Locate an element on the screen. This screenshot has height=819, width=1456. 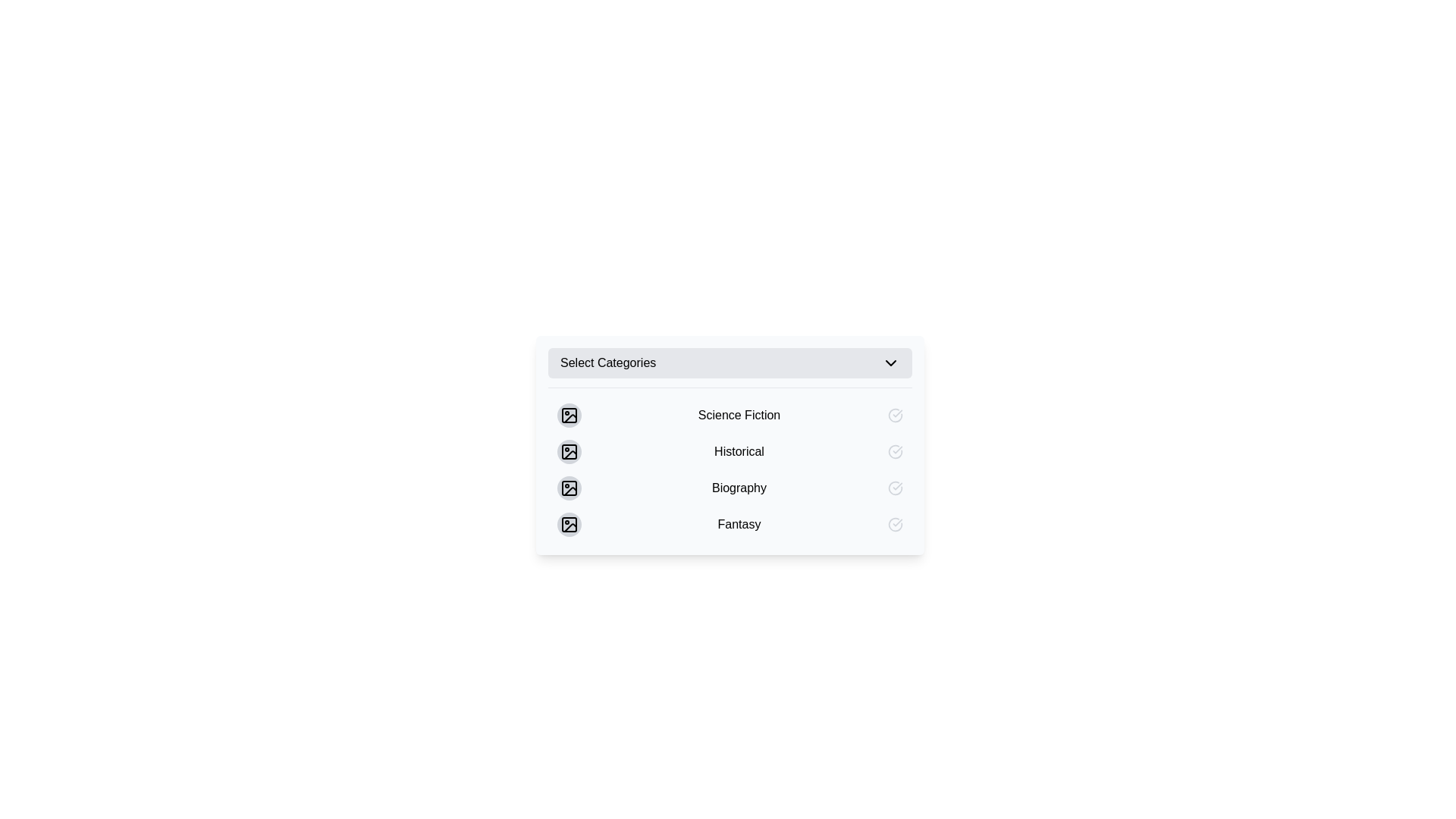
the SVG graphical element indicating the state of the 'Historical' category selection, which is part of a decorative or status icon is located at coordinates (895, 451).